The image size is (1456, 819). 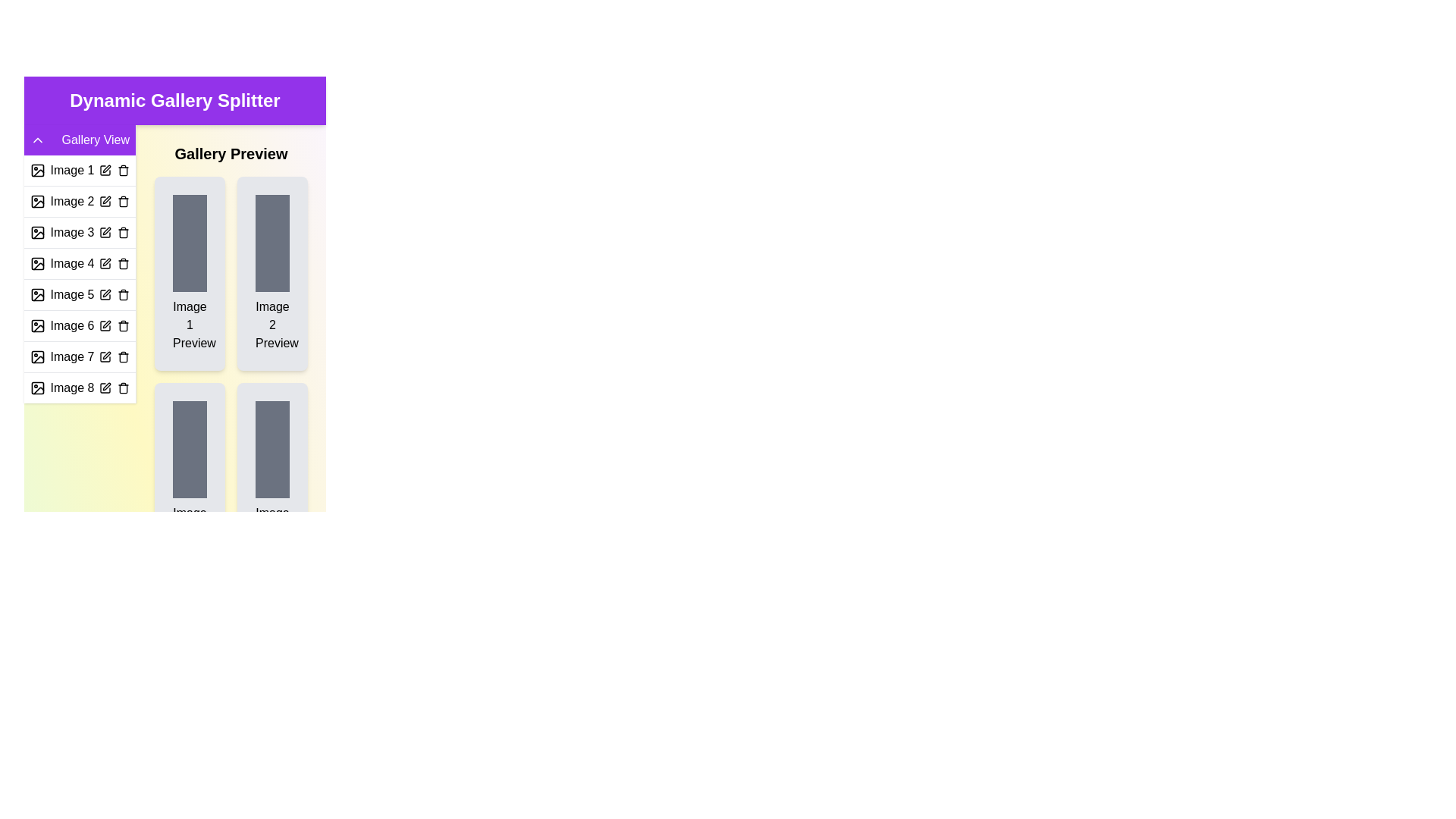 I want to click on the list item labeled 'Image 2' which contains an image icon on the left and edit and delete icons on the right, so click(x=79, y=200).